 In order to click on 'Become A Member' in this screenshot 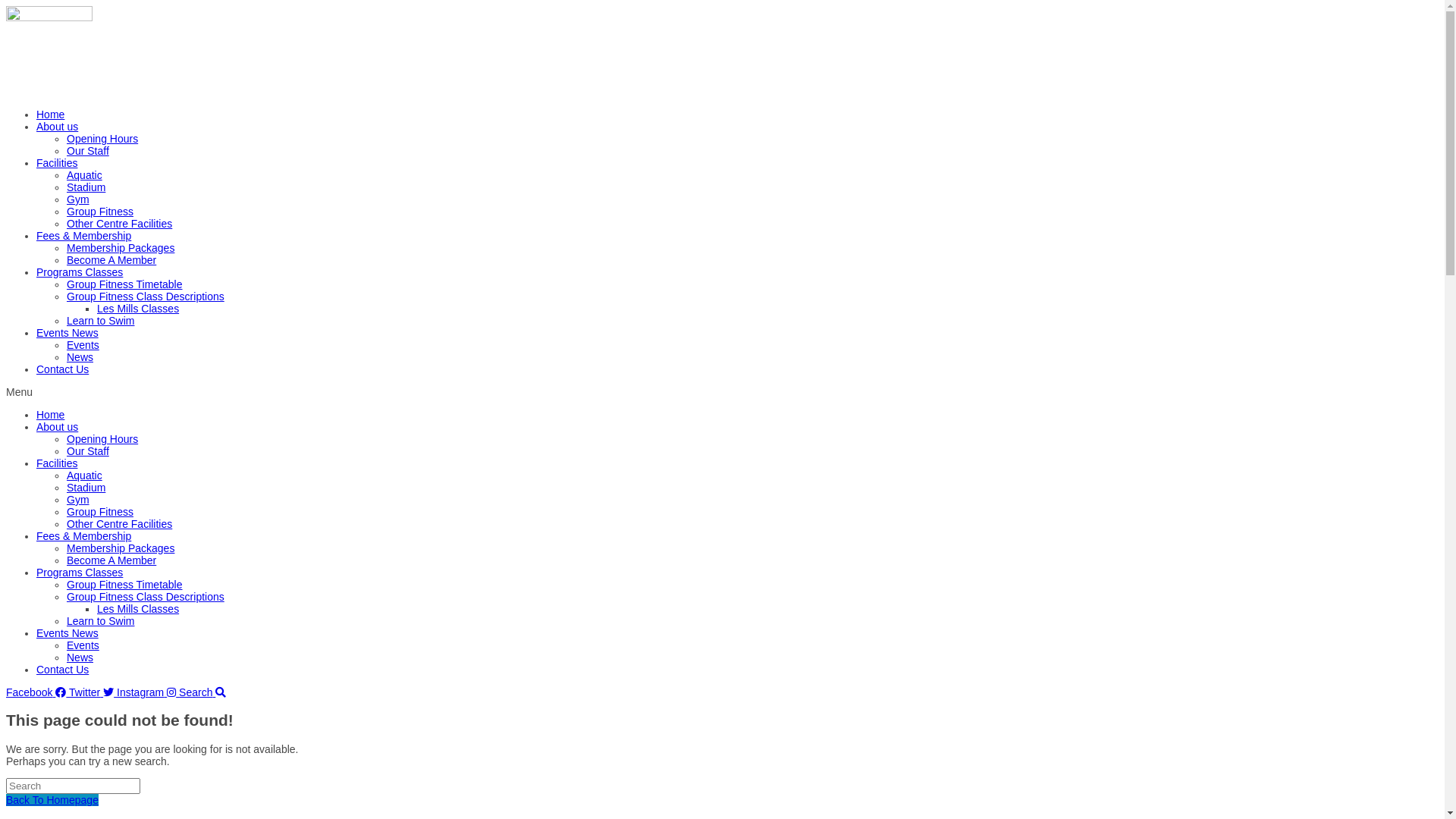, I will do `click(111, 560)`.